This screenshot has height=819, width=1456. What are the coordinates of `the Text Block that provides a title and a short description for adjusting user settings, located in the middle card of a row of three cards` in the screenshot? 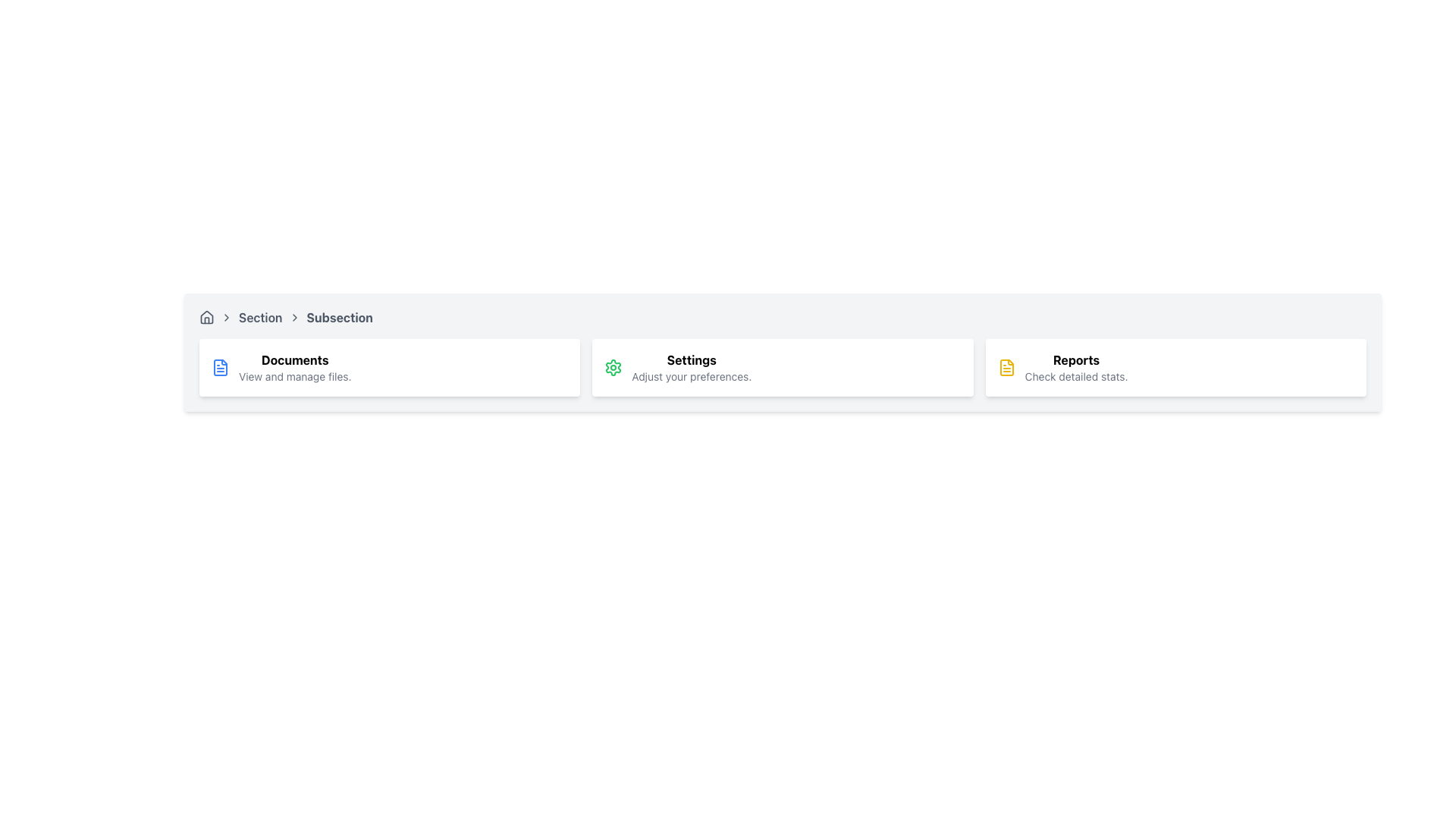 It's located at (691, 368).